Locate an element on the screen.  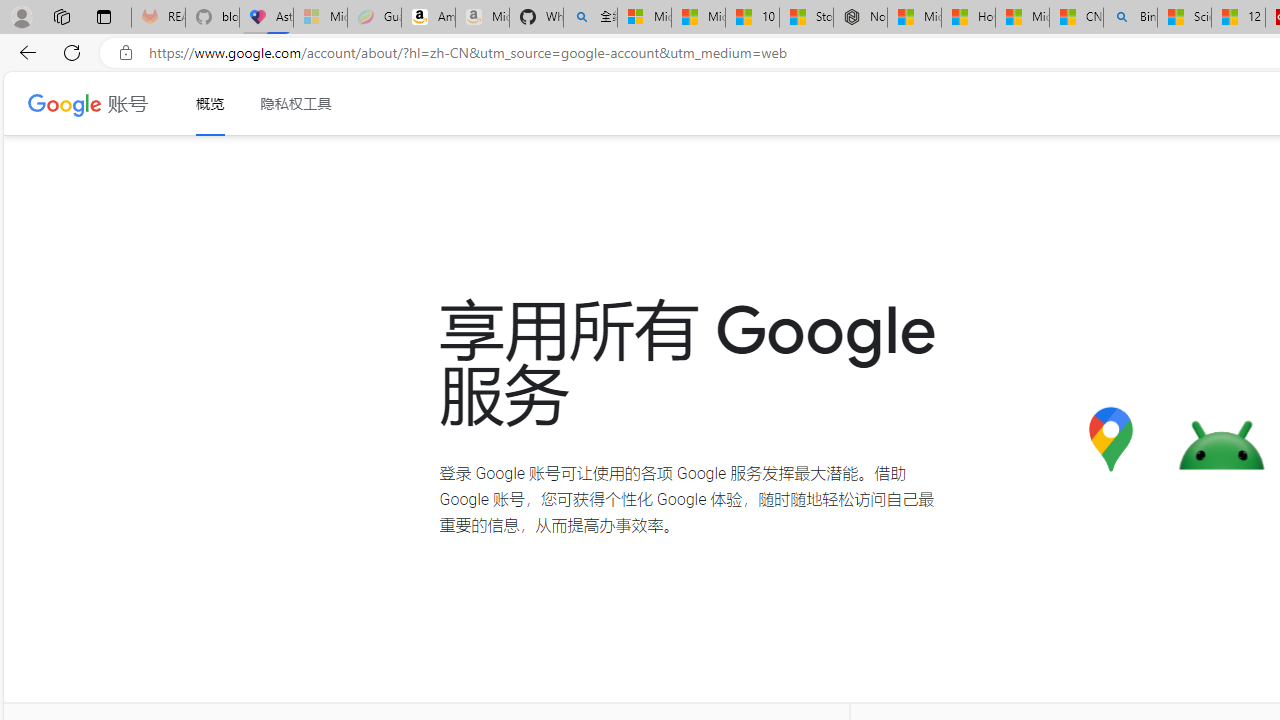
'Bing' is located at coordinates (1130, 17).